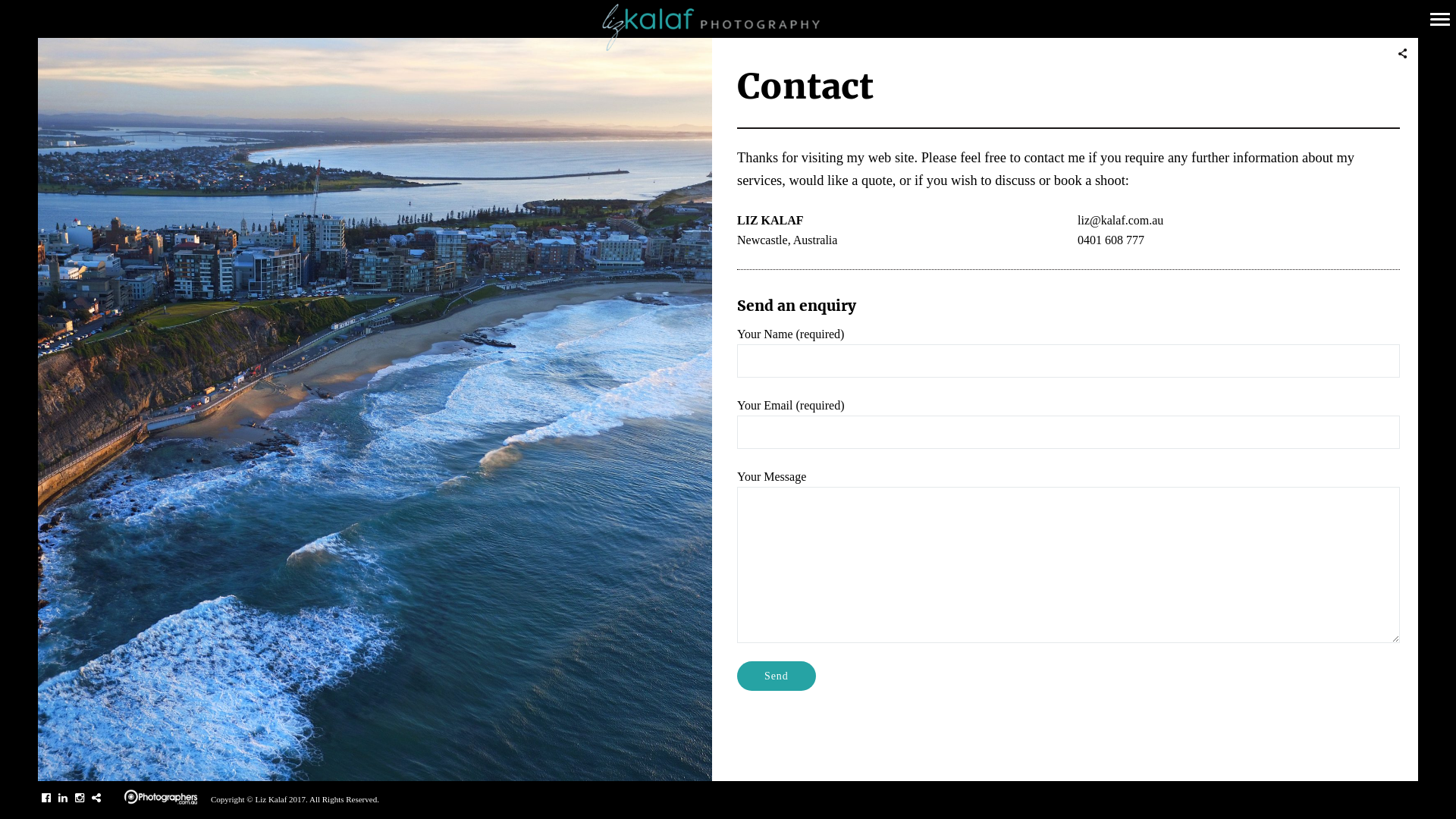 This screenshot has width=1456, height=819. Describe the element at coordinates (61, 797) in the screenshot. I see `'LinkedIn'` at that location.